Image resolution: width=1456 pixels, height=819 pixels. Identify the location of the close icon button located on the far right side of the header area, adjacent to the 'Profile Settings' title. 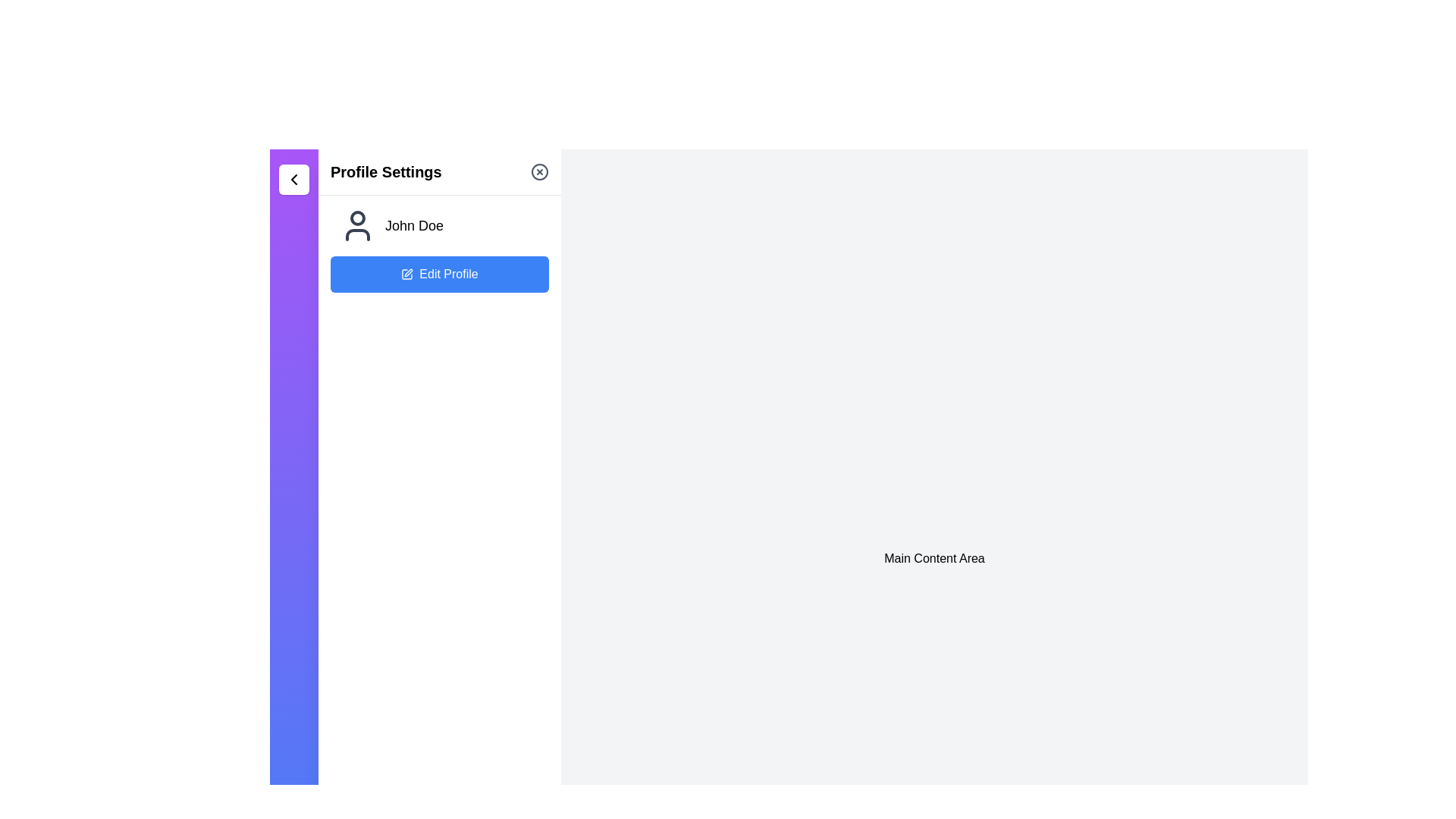
(539, 171).